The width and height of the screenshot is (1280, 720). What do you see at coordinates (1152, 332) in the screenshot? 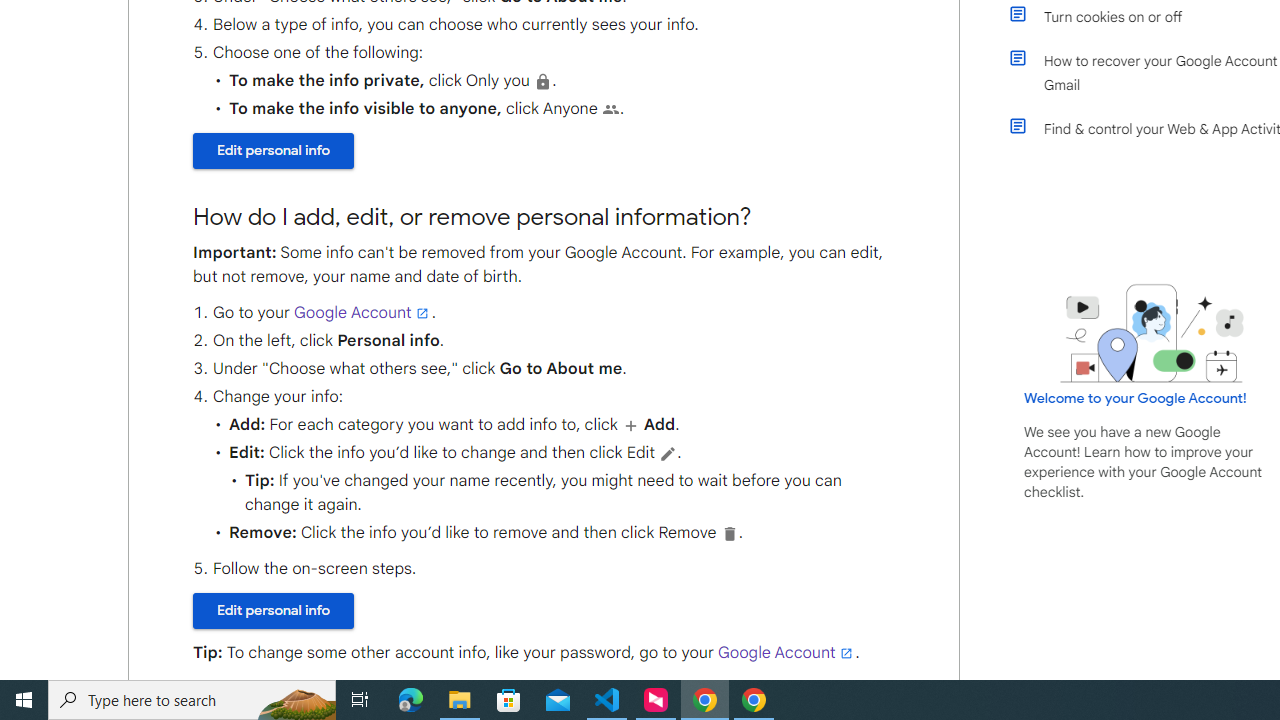
I see `'Learning Center home page image'` at bounding box center [1152, 332].